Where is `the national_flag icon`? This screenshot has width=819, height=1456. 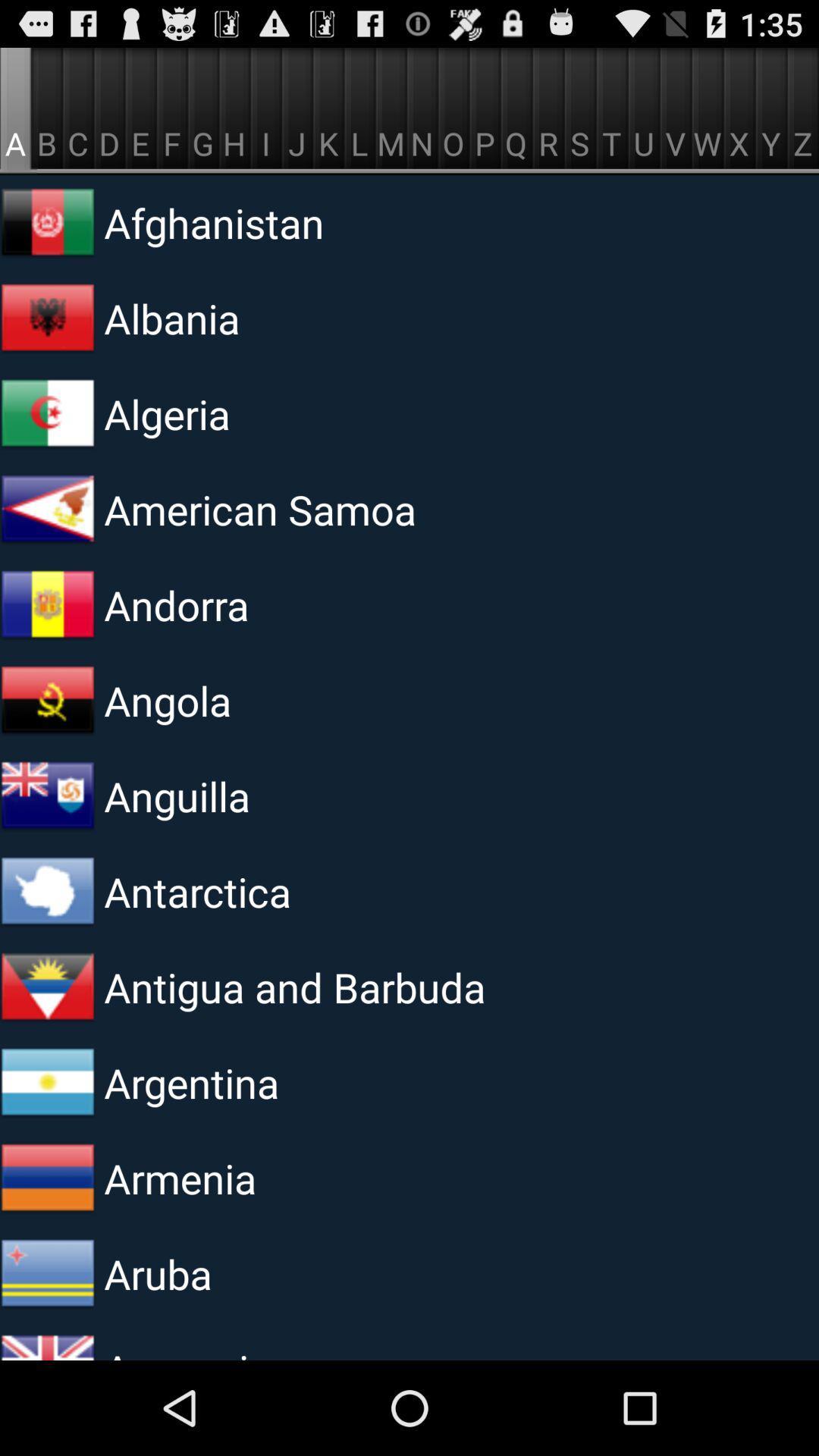 the national_flag icon is located at coordinates (46, 1056).